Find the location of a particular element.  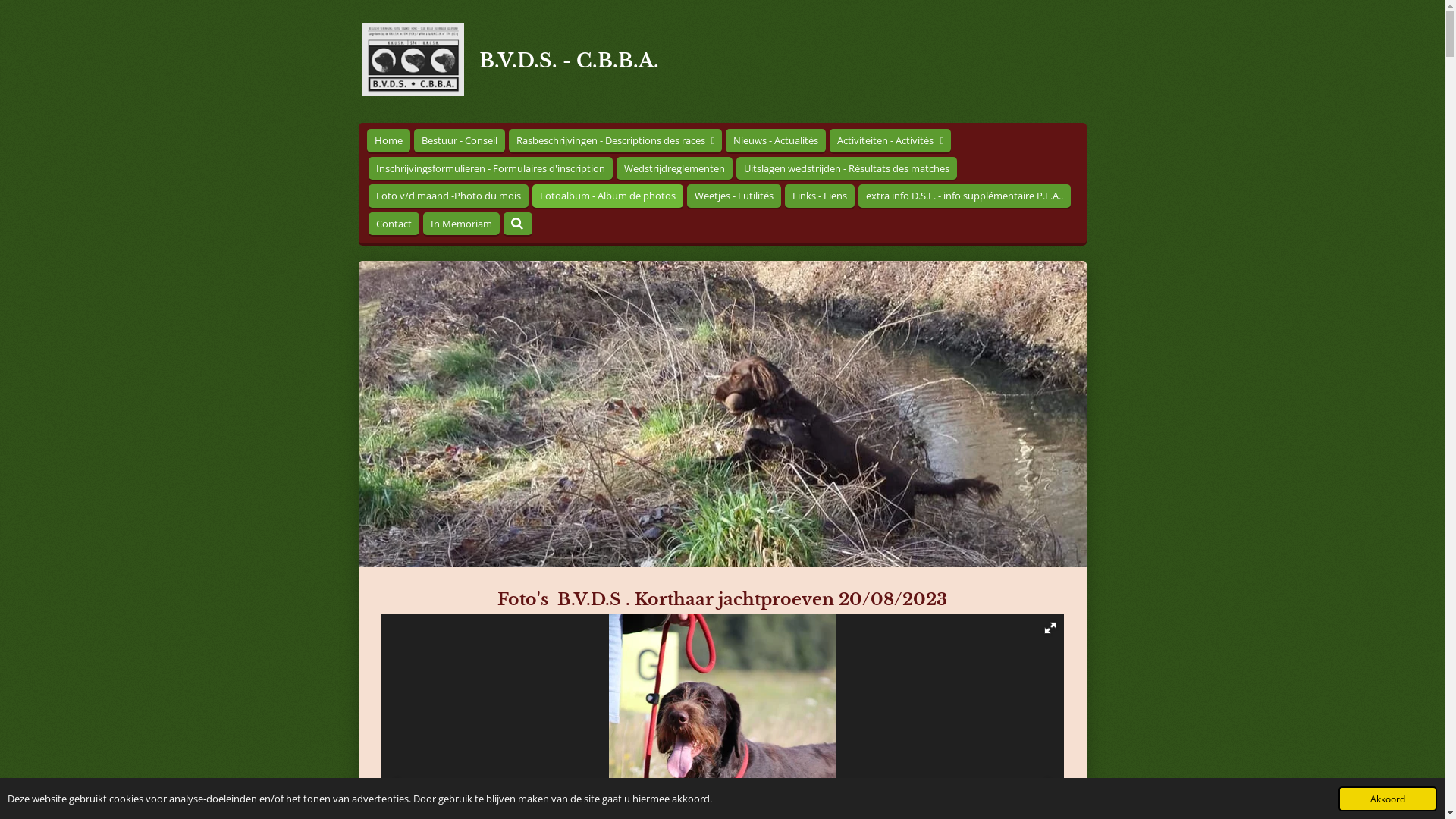

'Links - Liens' is located at coordinates (818, 195).